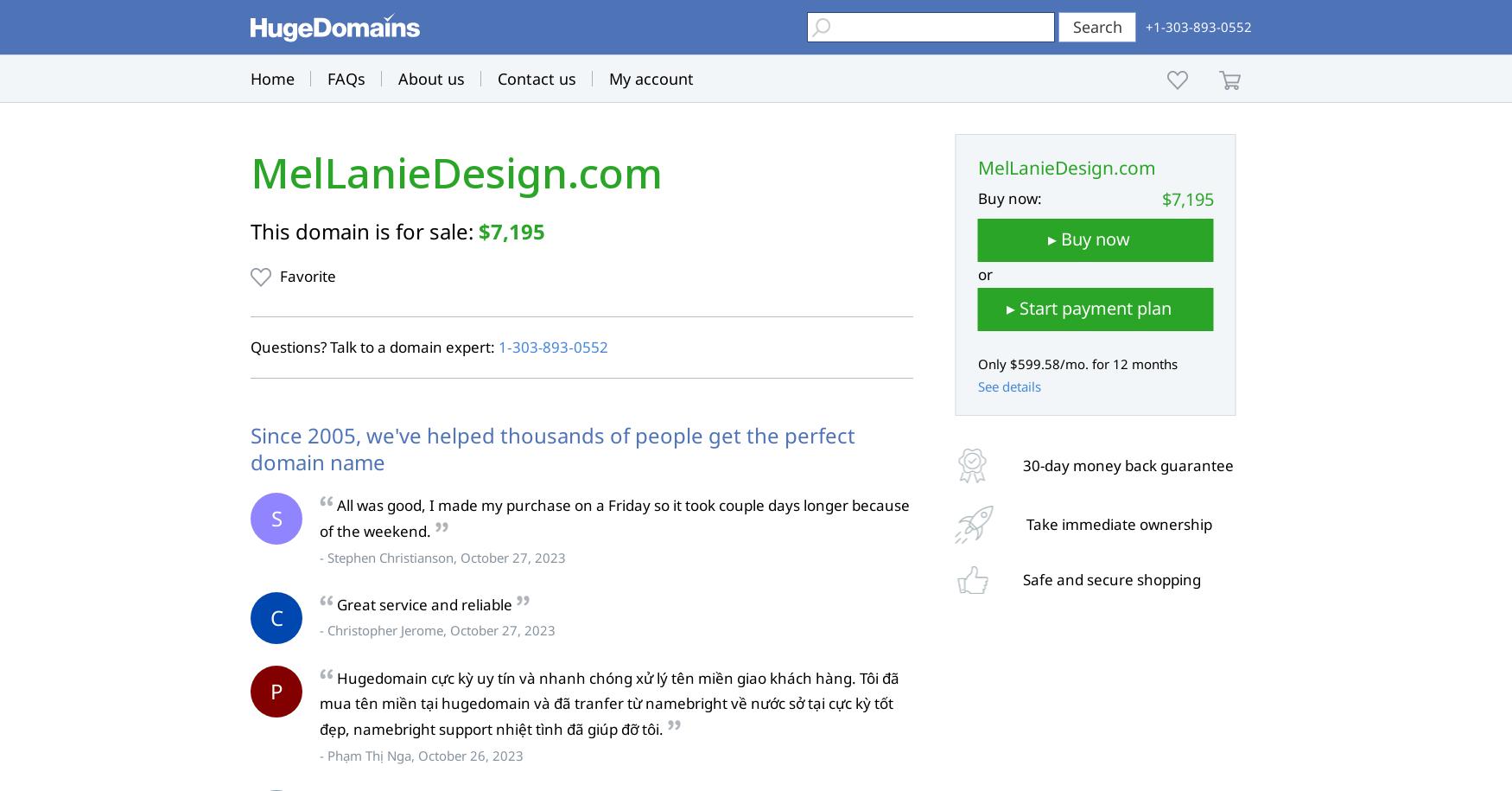 The width and height of the screenshot is (1512, 791). I want to click on 'Since 2005, we've helped thousands of people get the perfect domain name', so click(551, 448).